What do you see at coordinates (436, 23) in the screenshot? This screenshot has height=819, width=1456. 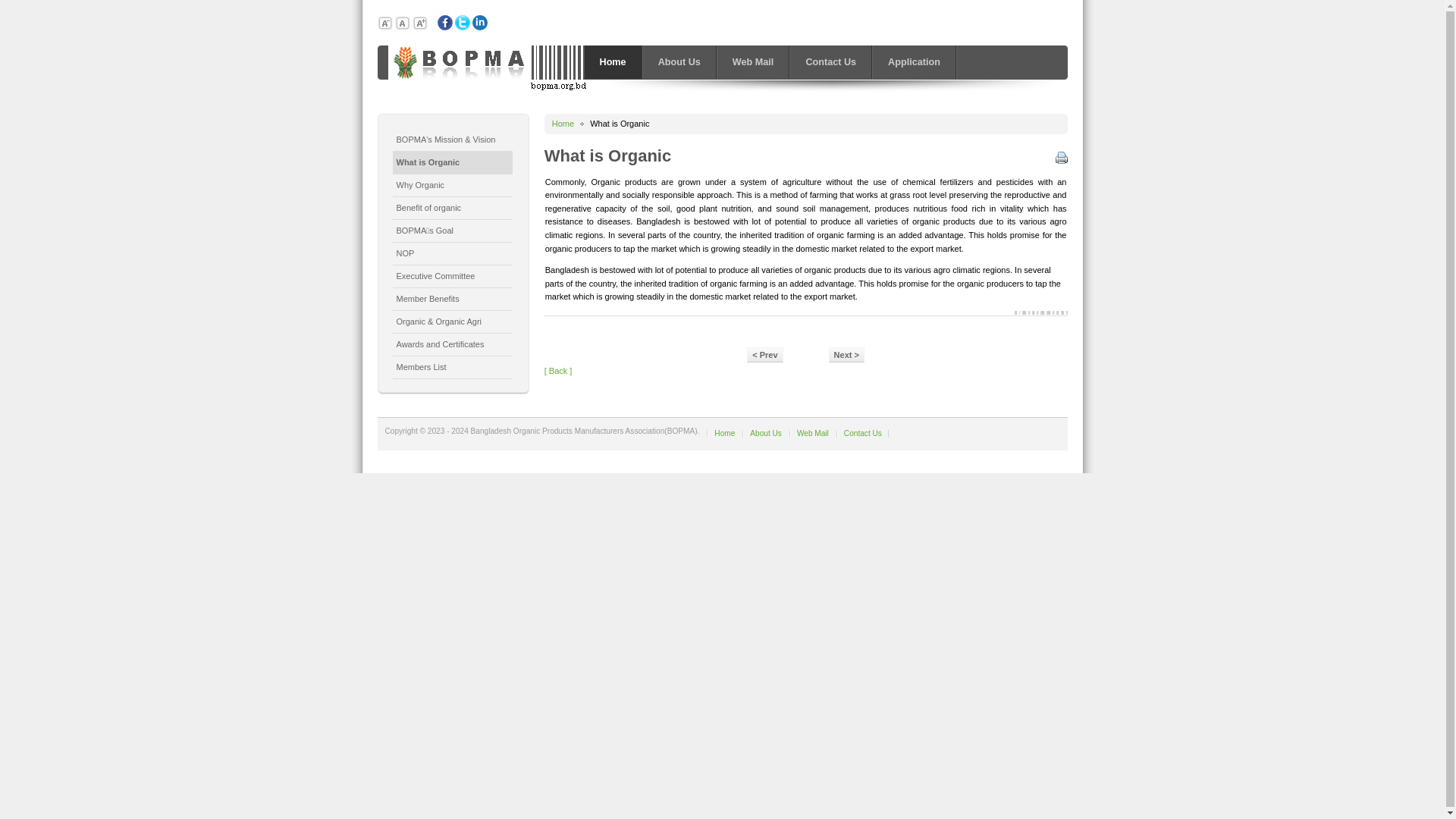 I see `'Facebook'` at bounding box center [436, 23].